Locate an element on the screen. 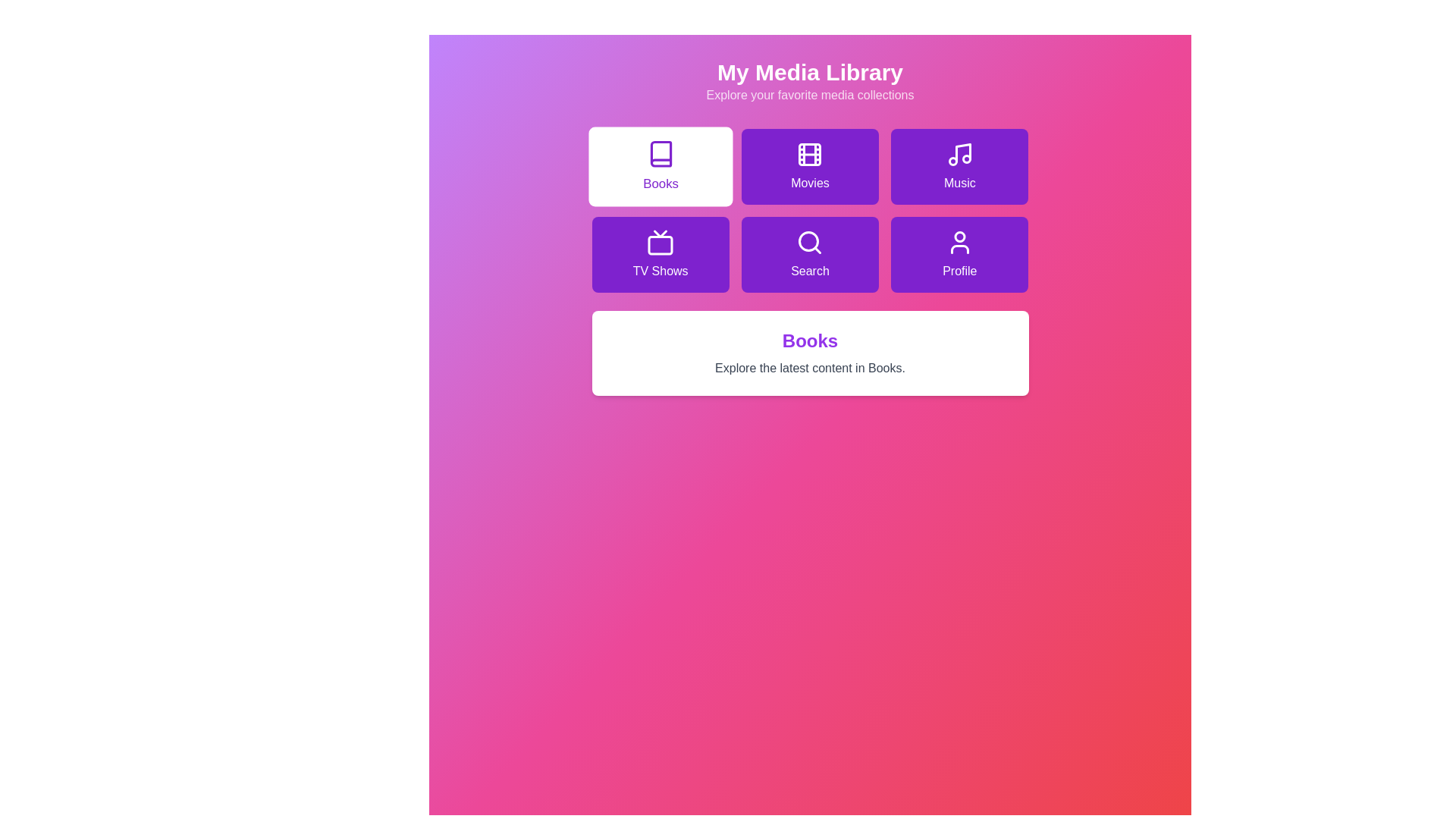  the user icon SVG located in the Profile button at the bottom-right of the grid of selectable options is located at coordinates (959, 242).